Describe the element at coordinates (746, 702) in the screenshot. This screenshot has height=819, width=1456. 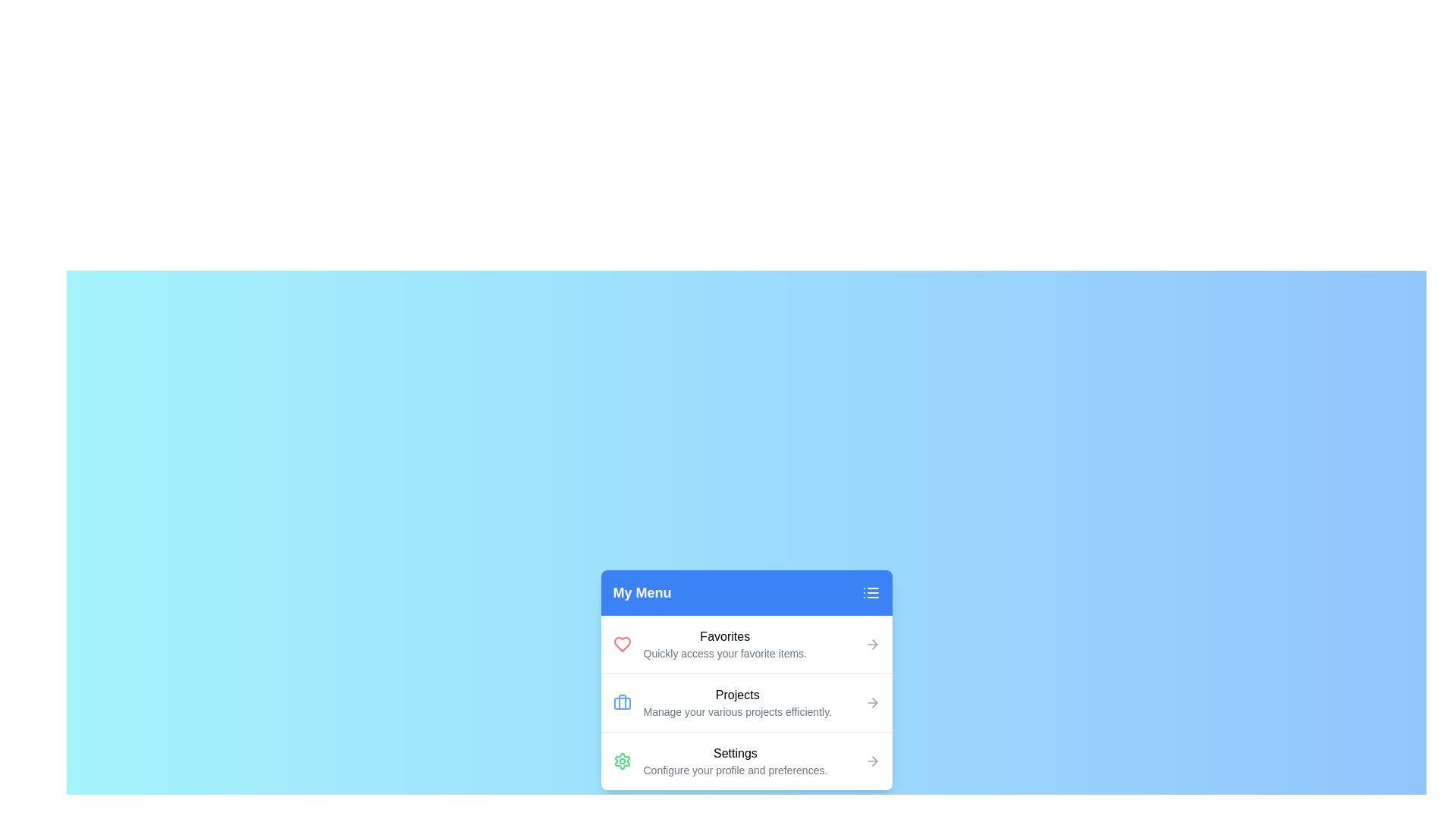
I see `the menu item Projects` at that location.